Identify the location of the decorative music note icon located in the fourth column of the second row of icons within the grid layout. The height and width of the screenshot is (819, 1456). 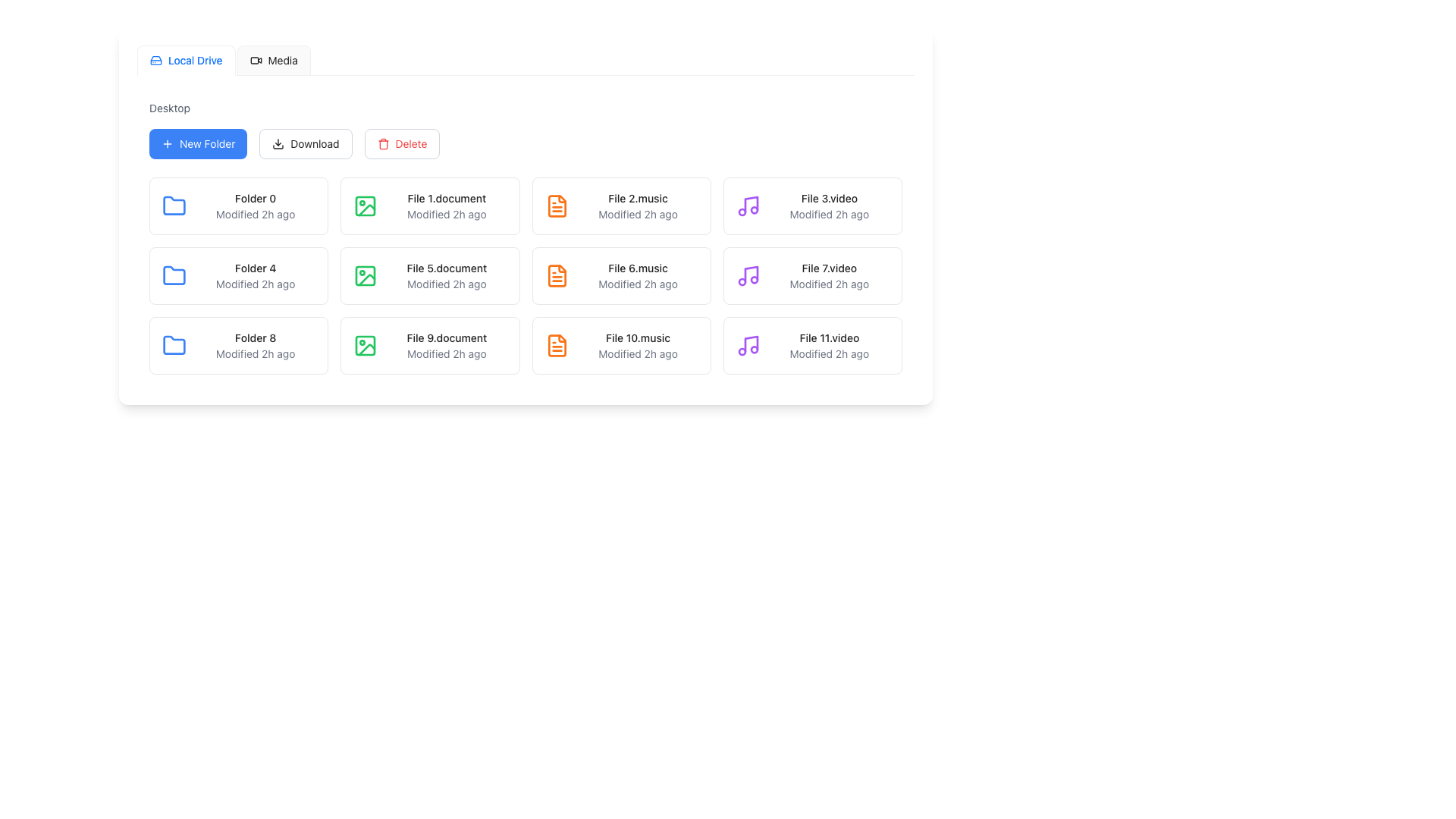
(751, 205).